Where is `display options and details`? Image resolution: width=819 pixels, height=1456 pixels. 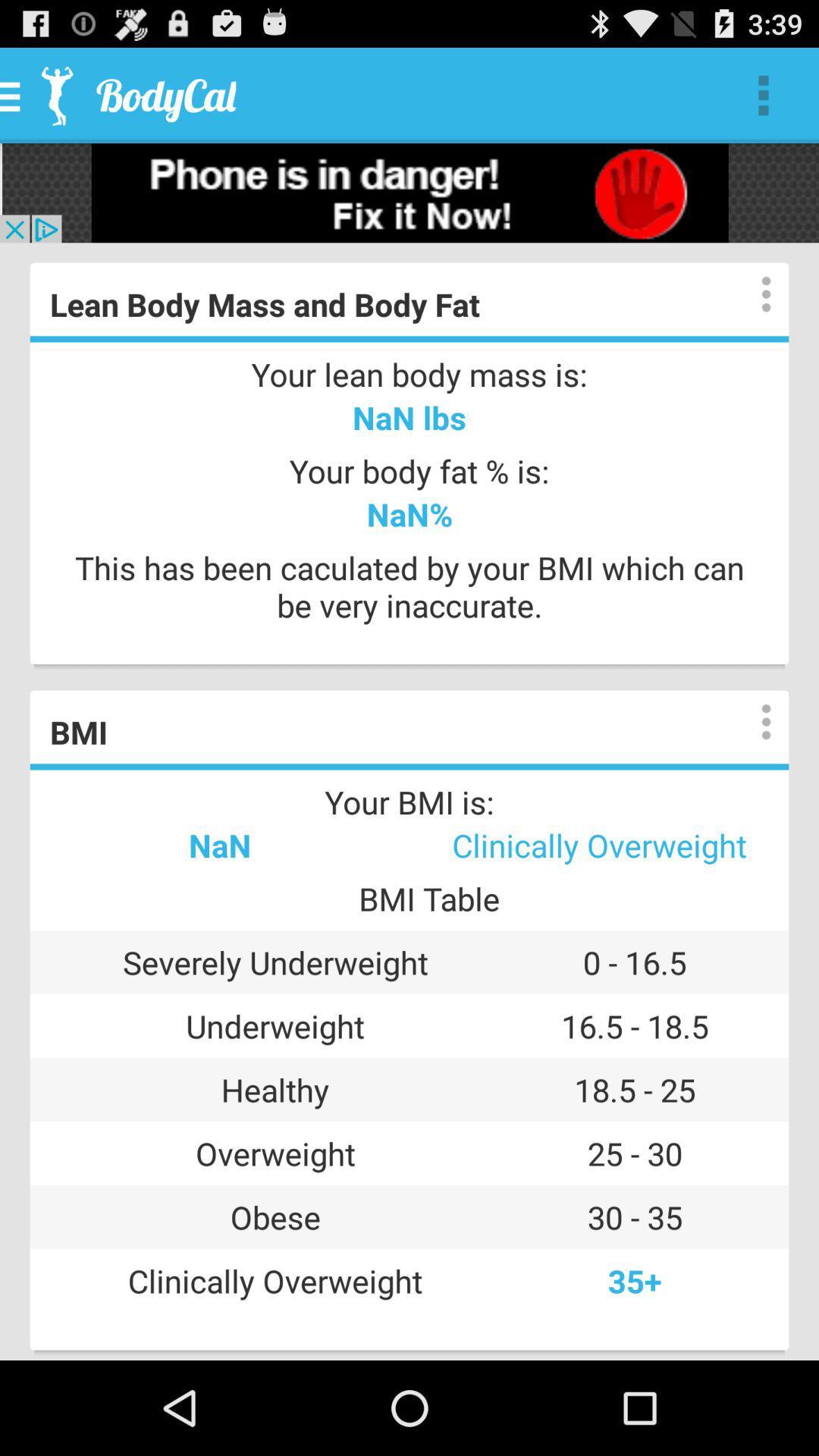
display options and details is located at coordinates (751, 294).